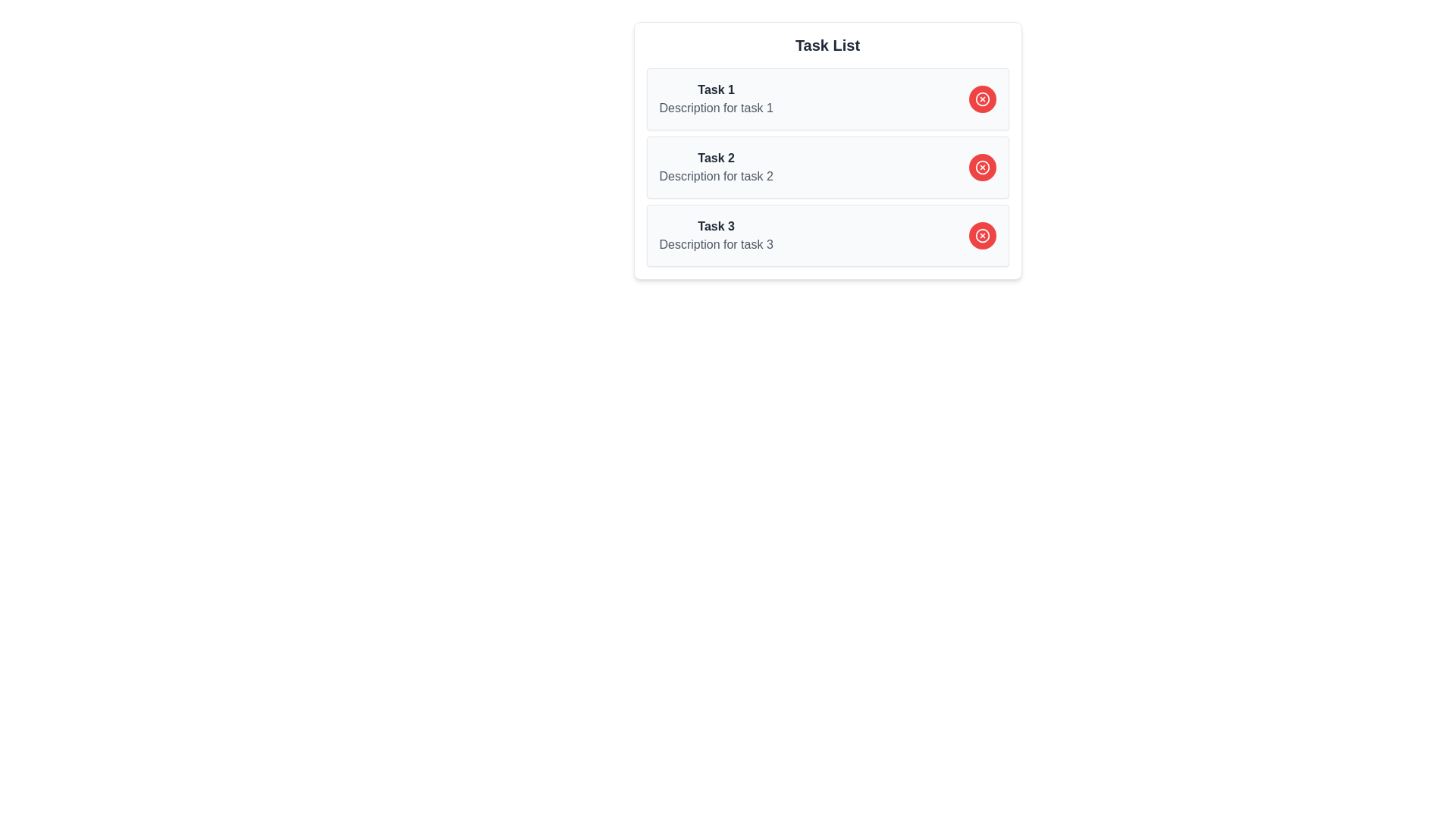 This screenshot has height=819, width=1456. What do you see at coordinates (715, 244) in the screenshot?
I see `the descriptive text label located directly beneath the bold 'Task 3' label in the bottom-right quadrant of the interface` at bounding box center [715, 244].